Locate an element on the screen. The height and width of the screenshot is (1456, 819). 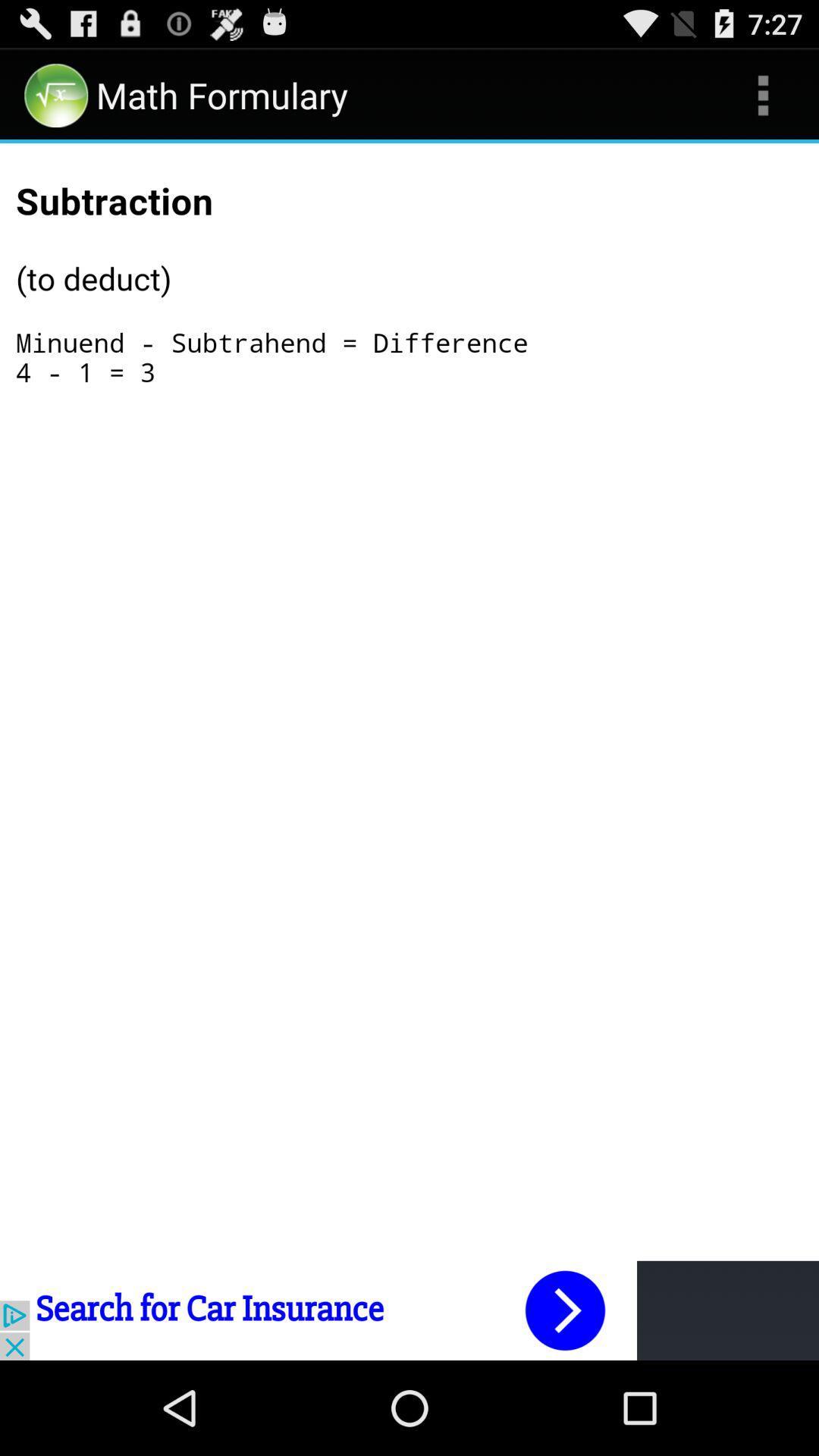
advertisement link is located at coordinates (409, 1310).